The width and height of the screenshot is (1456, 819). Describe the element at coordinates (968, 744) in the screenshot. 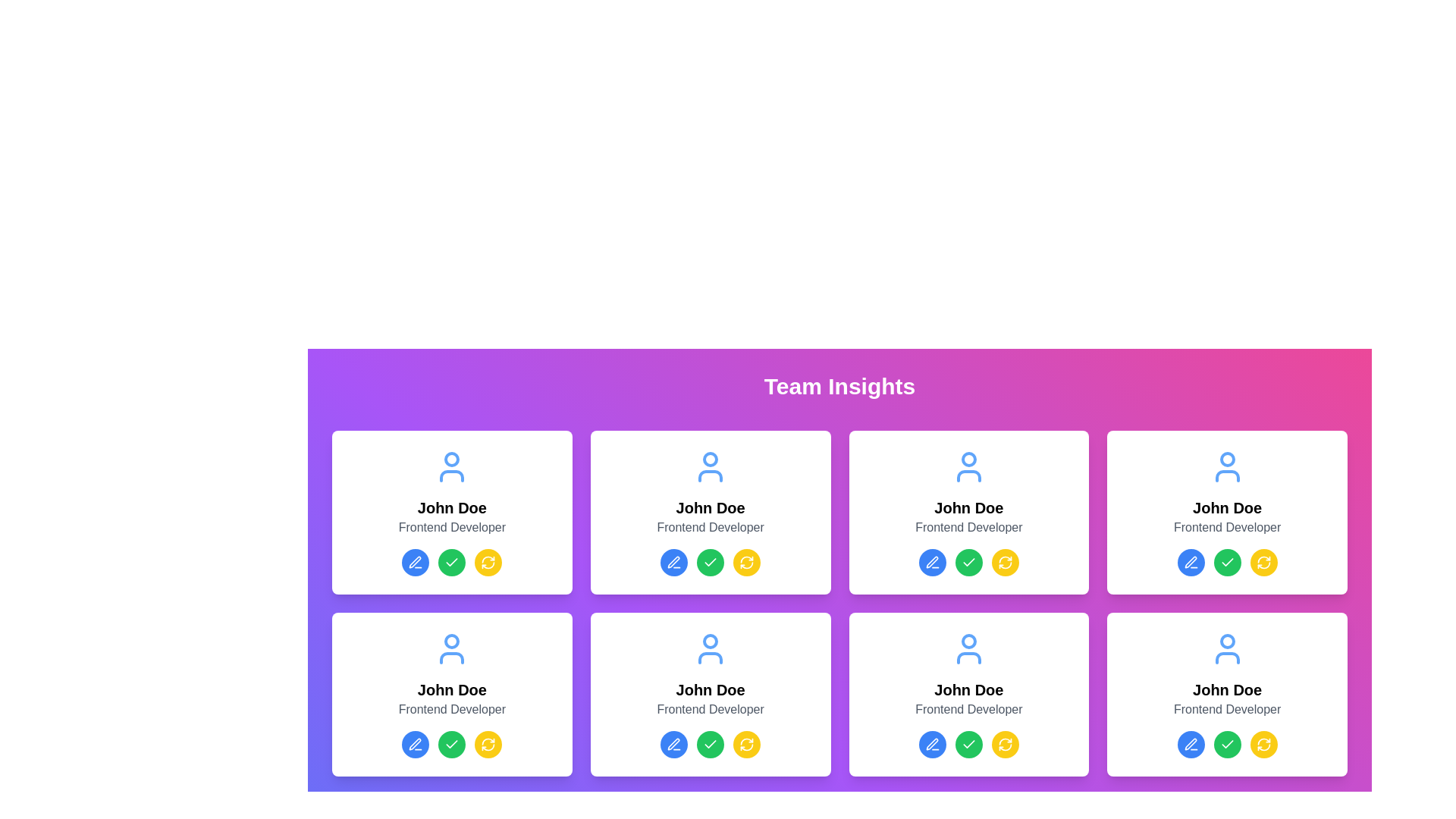

I see `the confirmation button with the checkmark icon located in the bottom-right card below 'John Doe' and 'Frontend Developer' to trigger a tooltip or effect` at that location.